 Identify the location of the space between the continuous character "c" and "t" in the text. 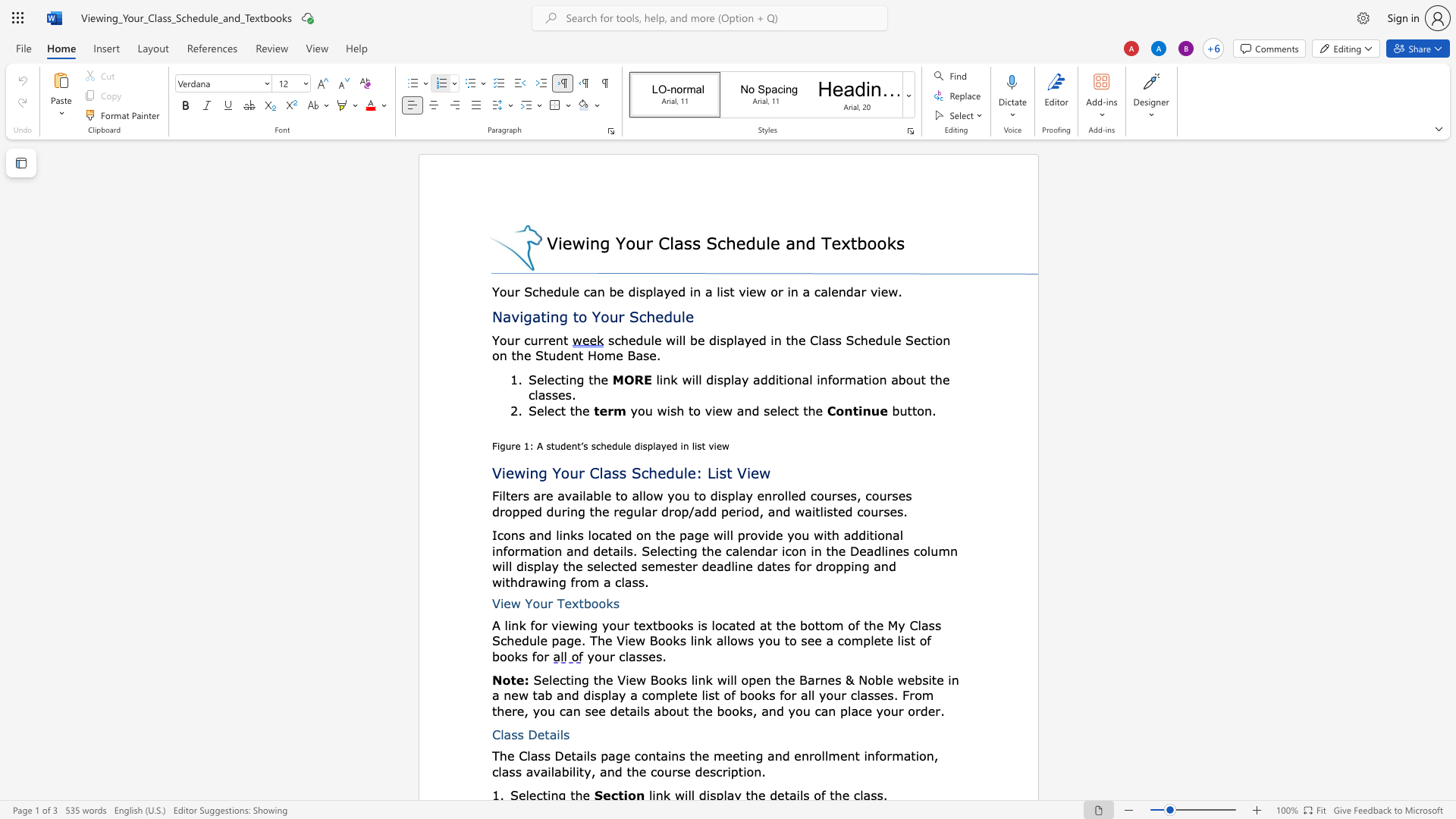
(560, 410).